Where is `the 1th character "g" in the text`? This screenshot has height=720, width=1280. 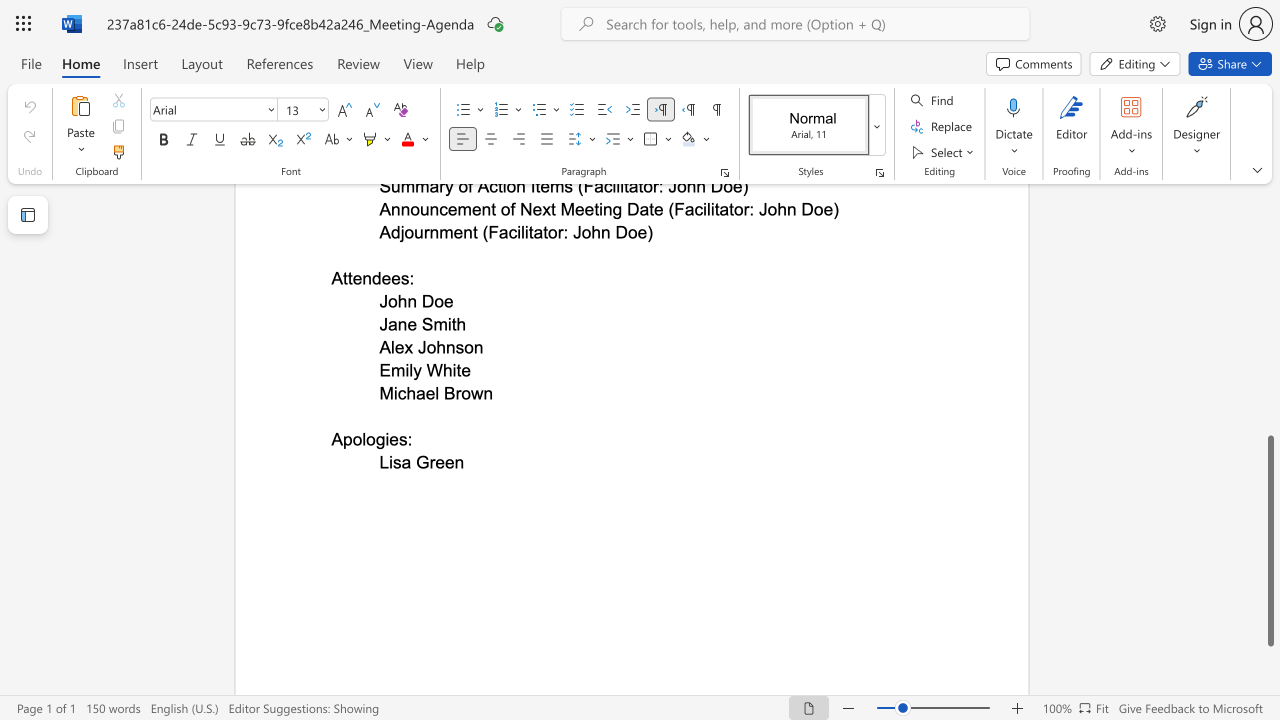 the 1th character "g" in the text is located at coordinates (380, 438).